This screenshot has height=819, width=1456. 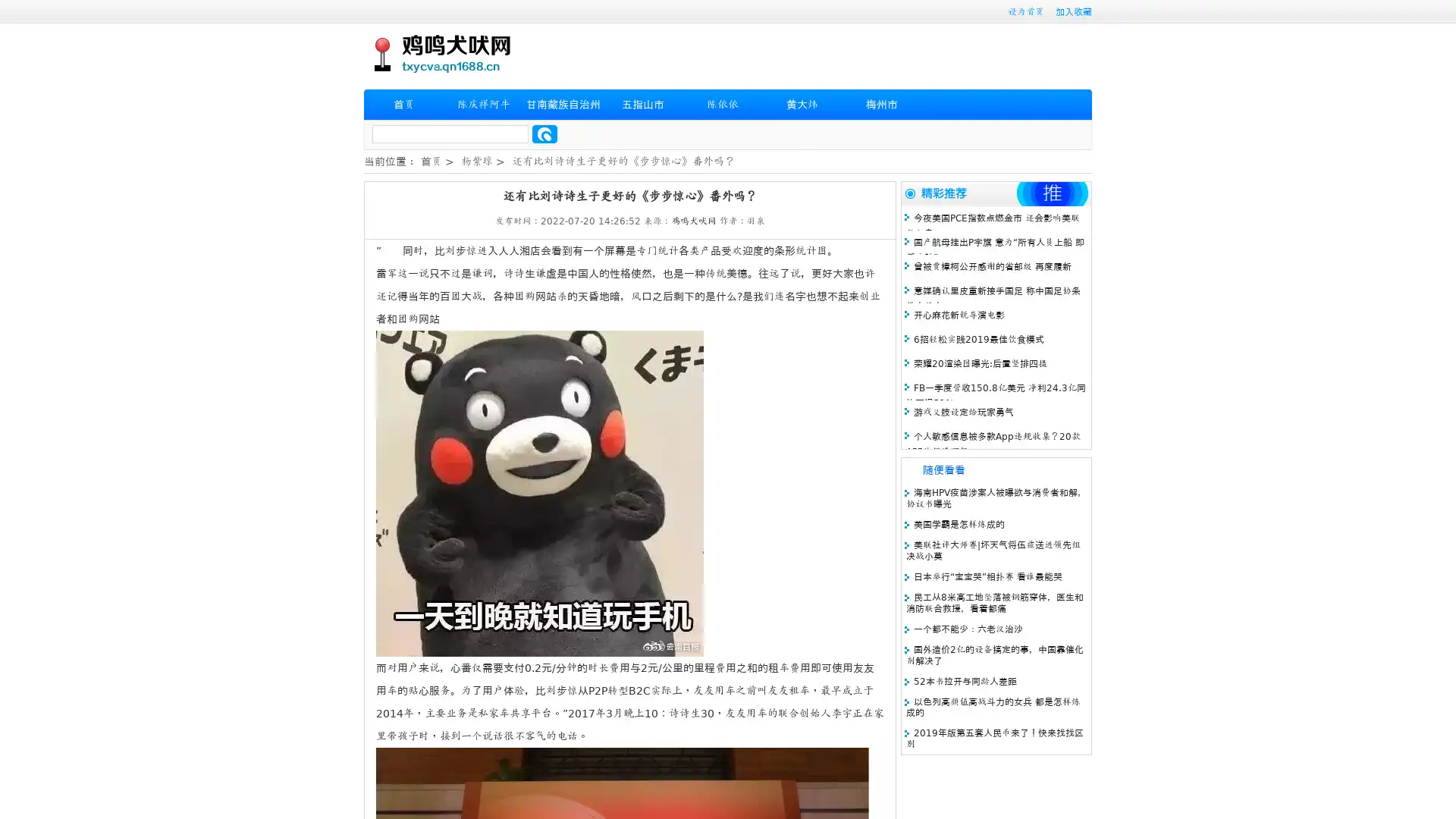 I want to click on Search, so click(x=544, y=133).